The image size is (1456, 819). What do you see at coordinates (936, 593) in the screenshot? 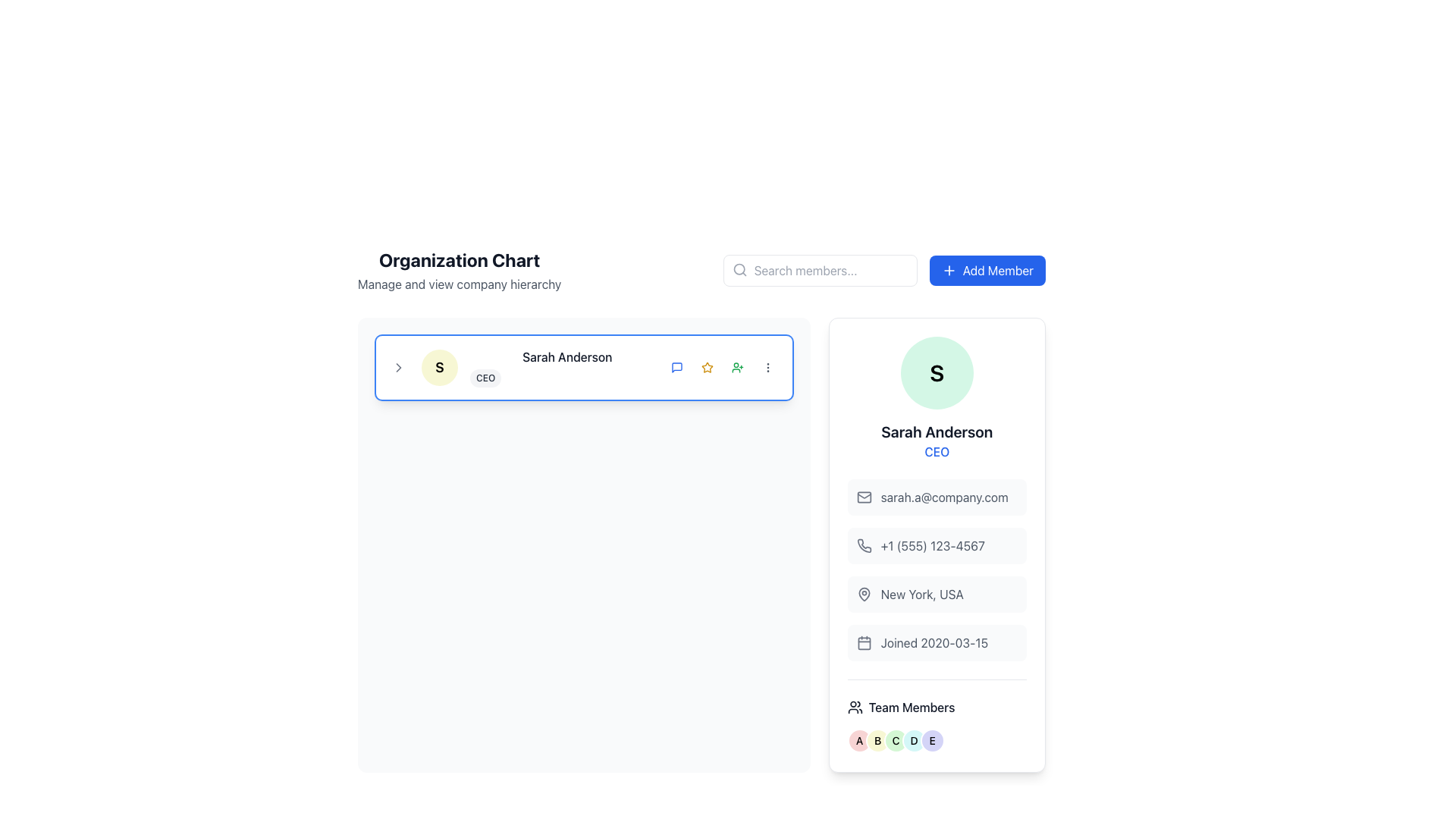
I see `the text label with the map pin icon that displays 'New York, USA', which is located in the user information panel between the phone number and joined date entries` at bounding box center [936, 593].